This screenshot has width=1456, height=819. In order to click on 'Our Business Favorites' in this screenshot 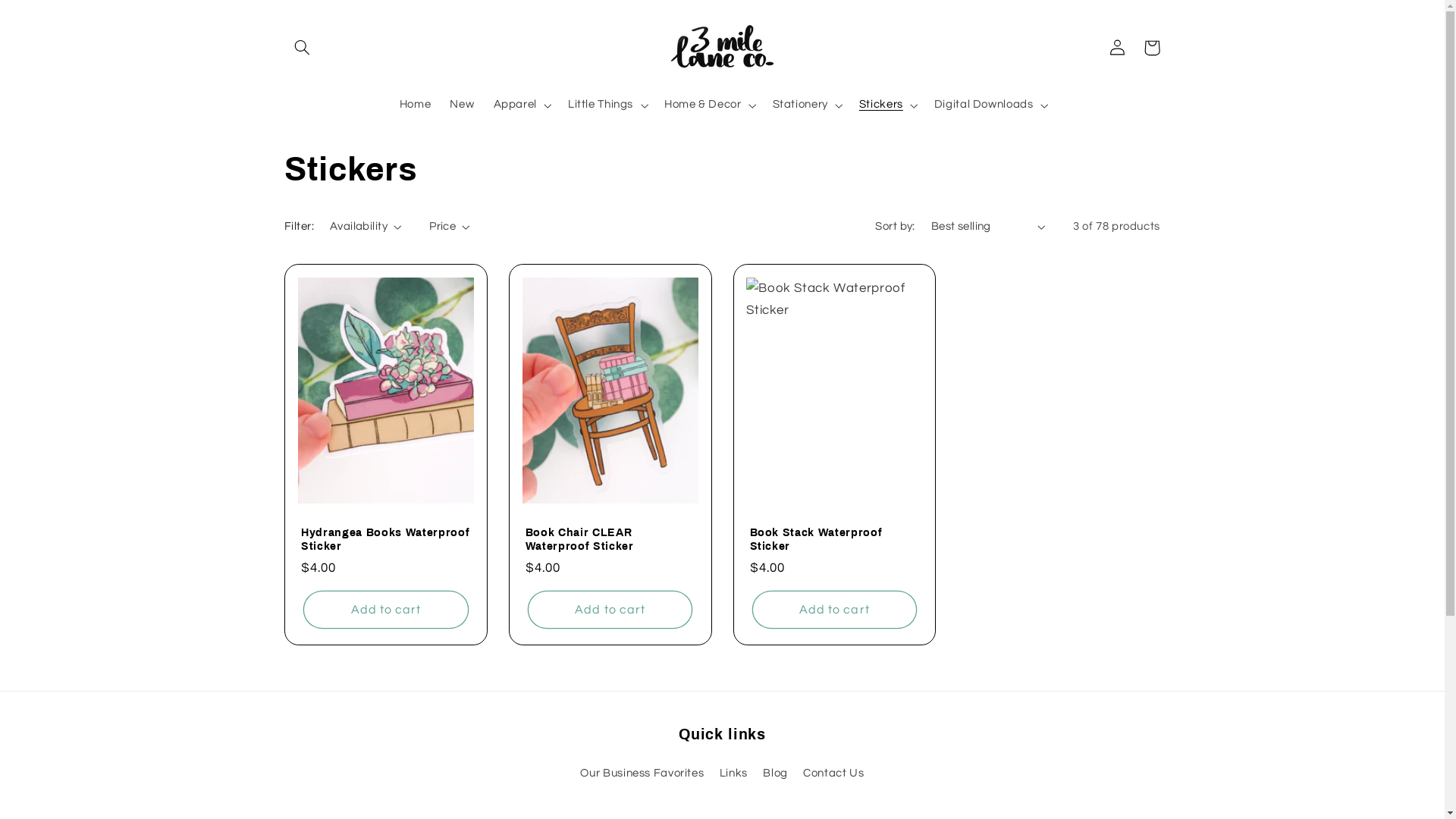, I will do `click(579, 775)`.